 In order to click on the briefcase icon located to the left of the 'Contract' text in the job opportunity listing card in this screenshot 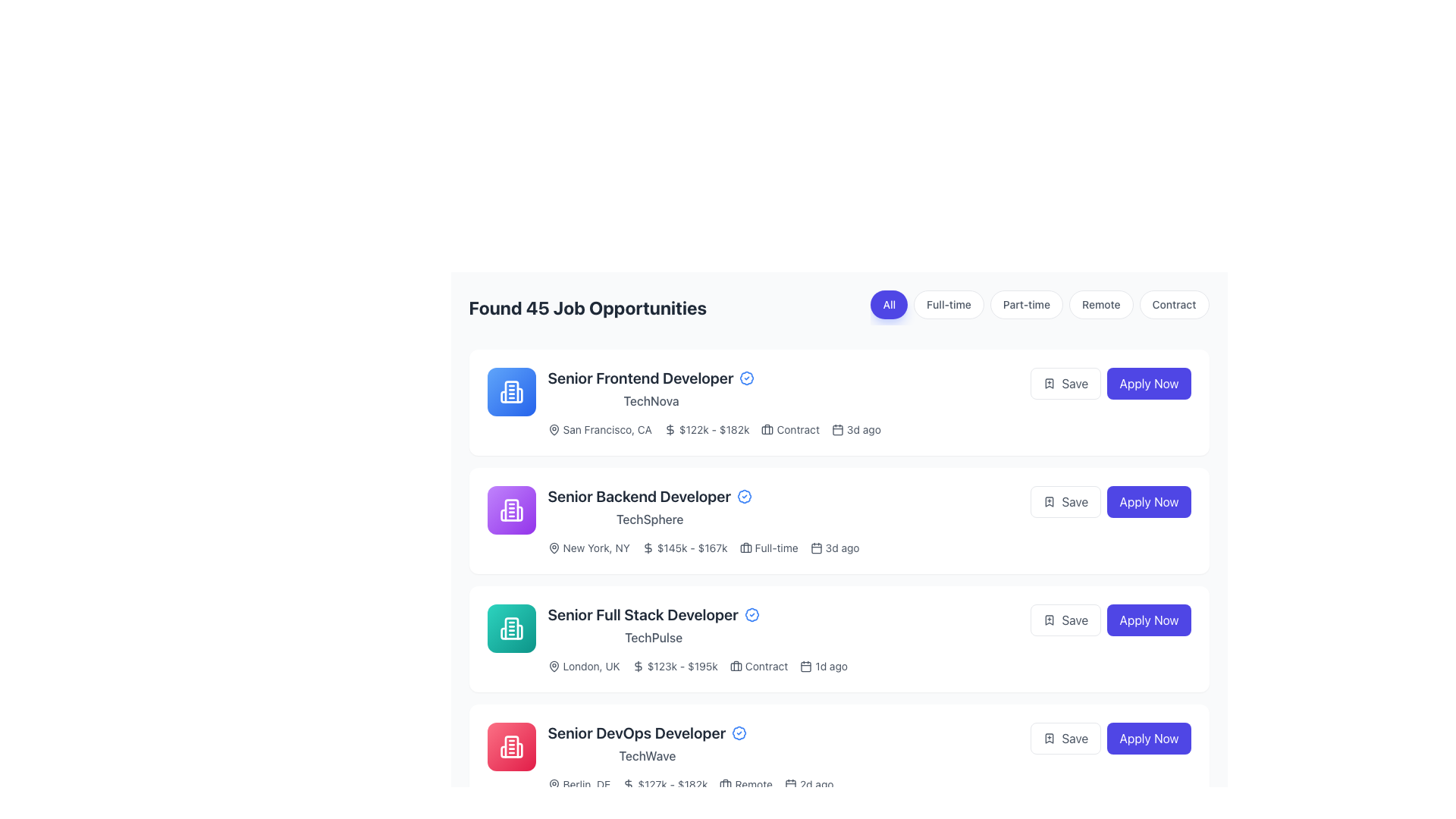, I will do `click(767, 430)`.